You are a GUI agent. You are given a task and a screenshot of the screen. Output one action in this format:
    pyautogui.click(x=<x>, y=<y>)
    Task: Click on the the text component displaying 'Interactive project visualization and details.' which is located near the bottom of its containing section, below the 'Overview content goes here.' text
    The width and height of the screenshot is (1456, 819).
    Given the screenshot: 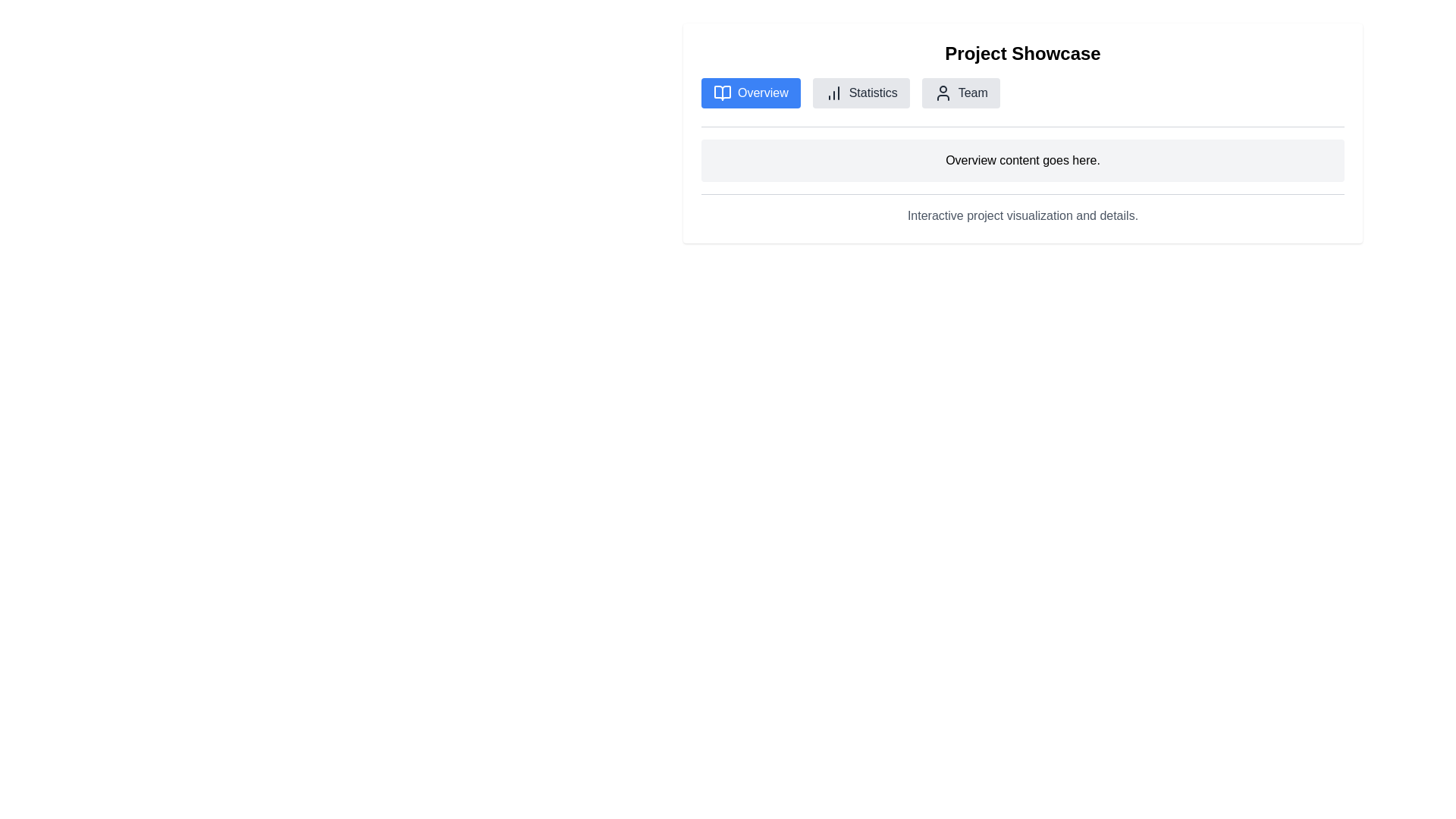 What is the action you would take?
    pyautogui.click(x=1022, y=216)
    